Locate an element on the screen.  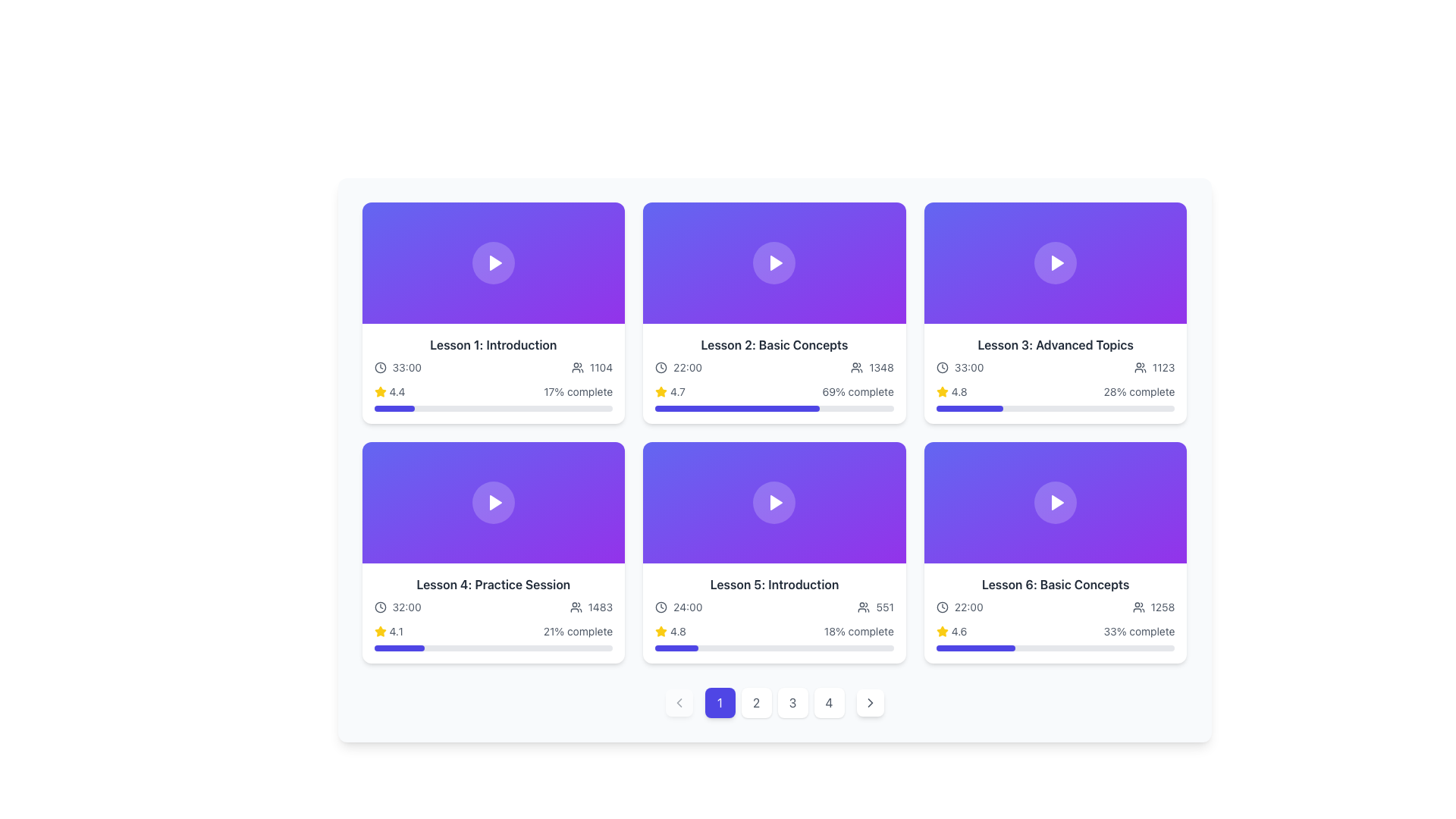
the third pagination button located at the bottom-center of the interface is located at coordinates (792, 702).